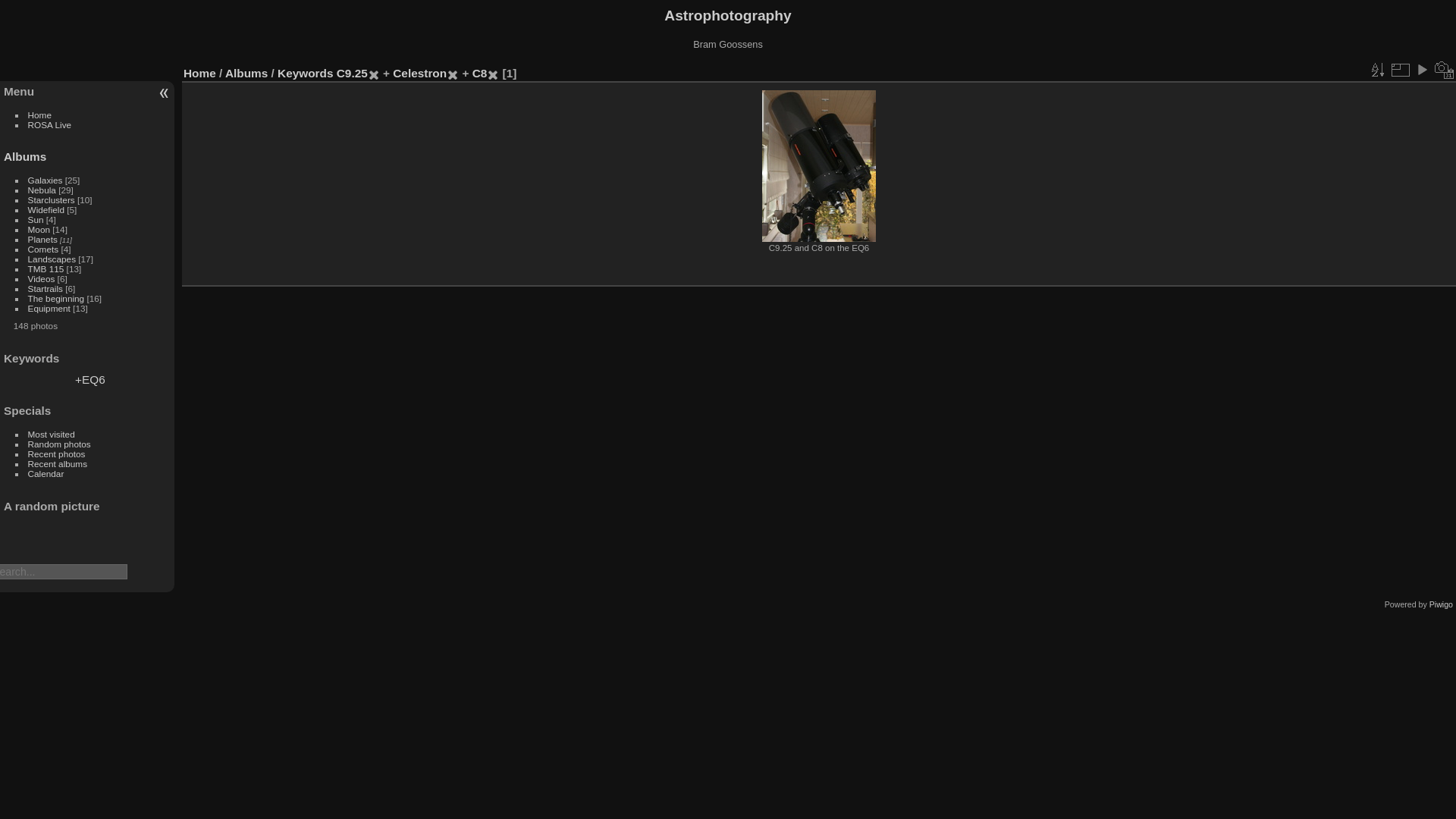 Image resolution: width=1456 pixels, height=819 pixels. I want to click on 'remove this keyword from the list', so click(451, 73).